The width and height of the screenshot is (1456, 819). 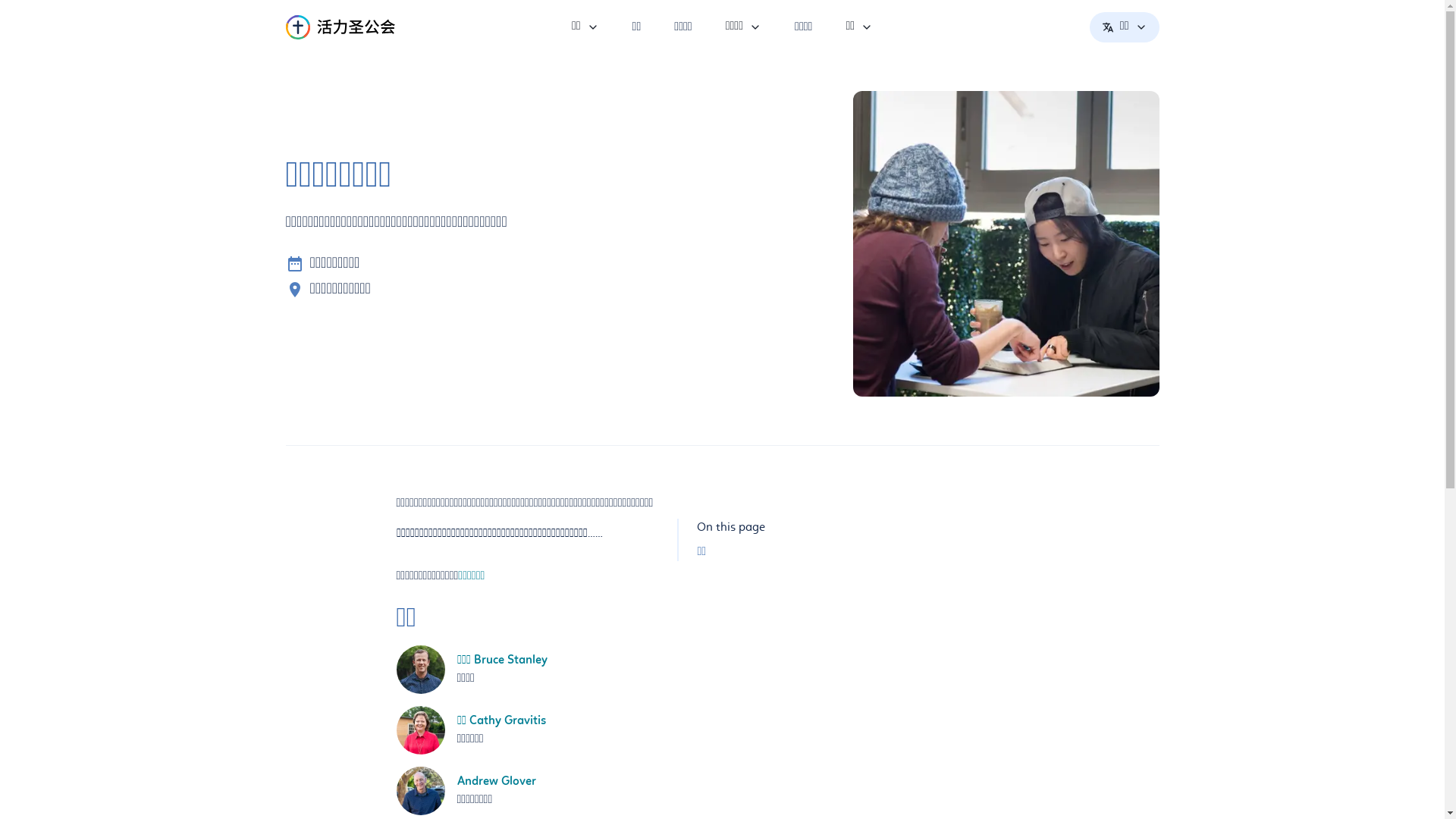 What do you see at coordinates (495, 781) in the screenshot?
I see `'Andrew Glover'` at bounding box center [495, 781].